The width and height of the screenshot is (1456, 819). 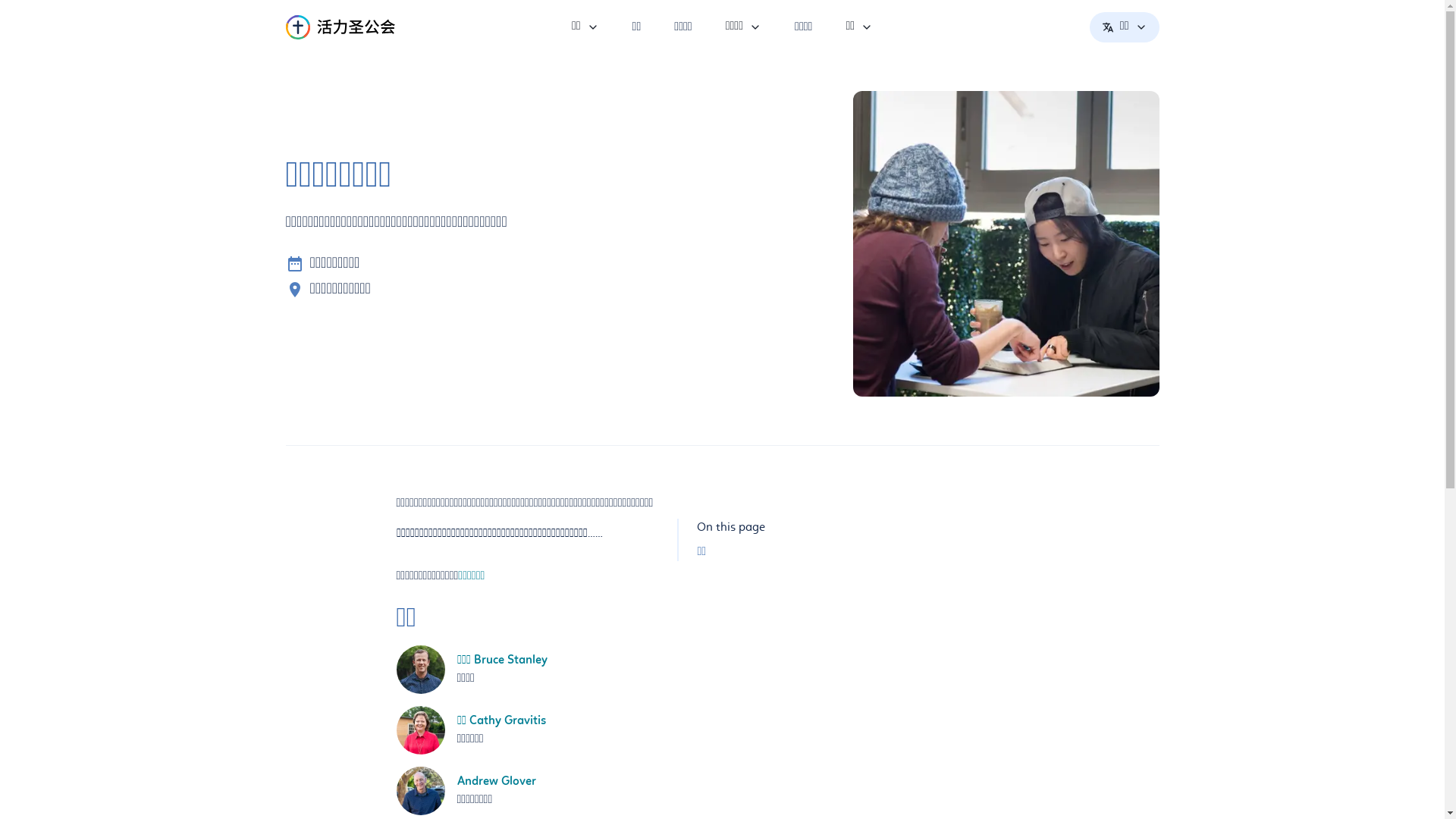 What do you see at coordinates (495, 781) in the screenshot?
I see `'Andrew Glover'` at bounding box center [495, 781].